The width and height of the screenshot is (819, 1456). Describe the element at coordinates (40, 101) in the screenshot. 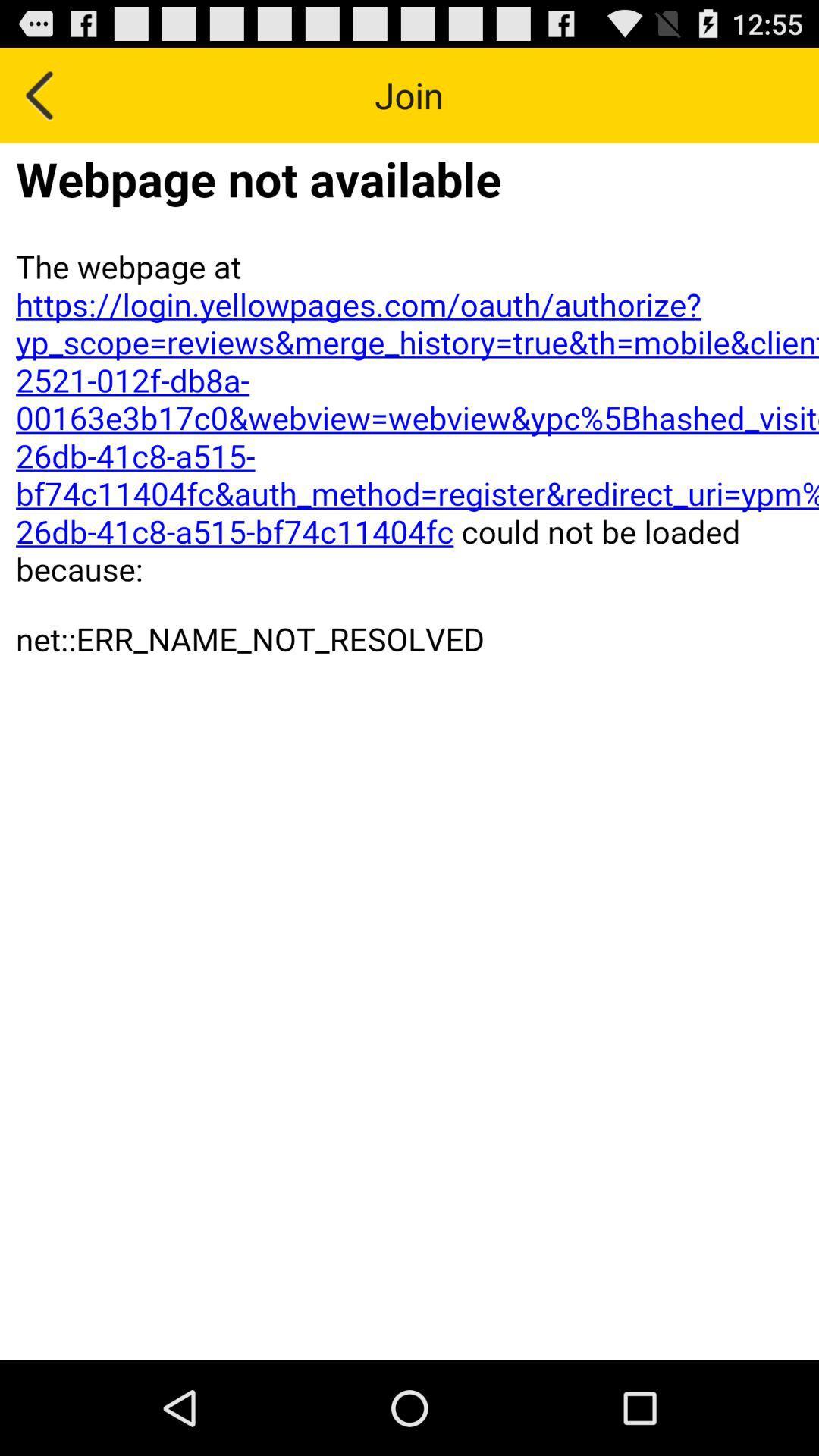

I see `the arrow_backward icon` at that location.